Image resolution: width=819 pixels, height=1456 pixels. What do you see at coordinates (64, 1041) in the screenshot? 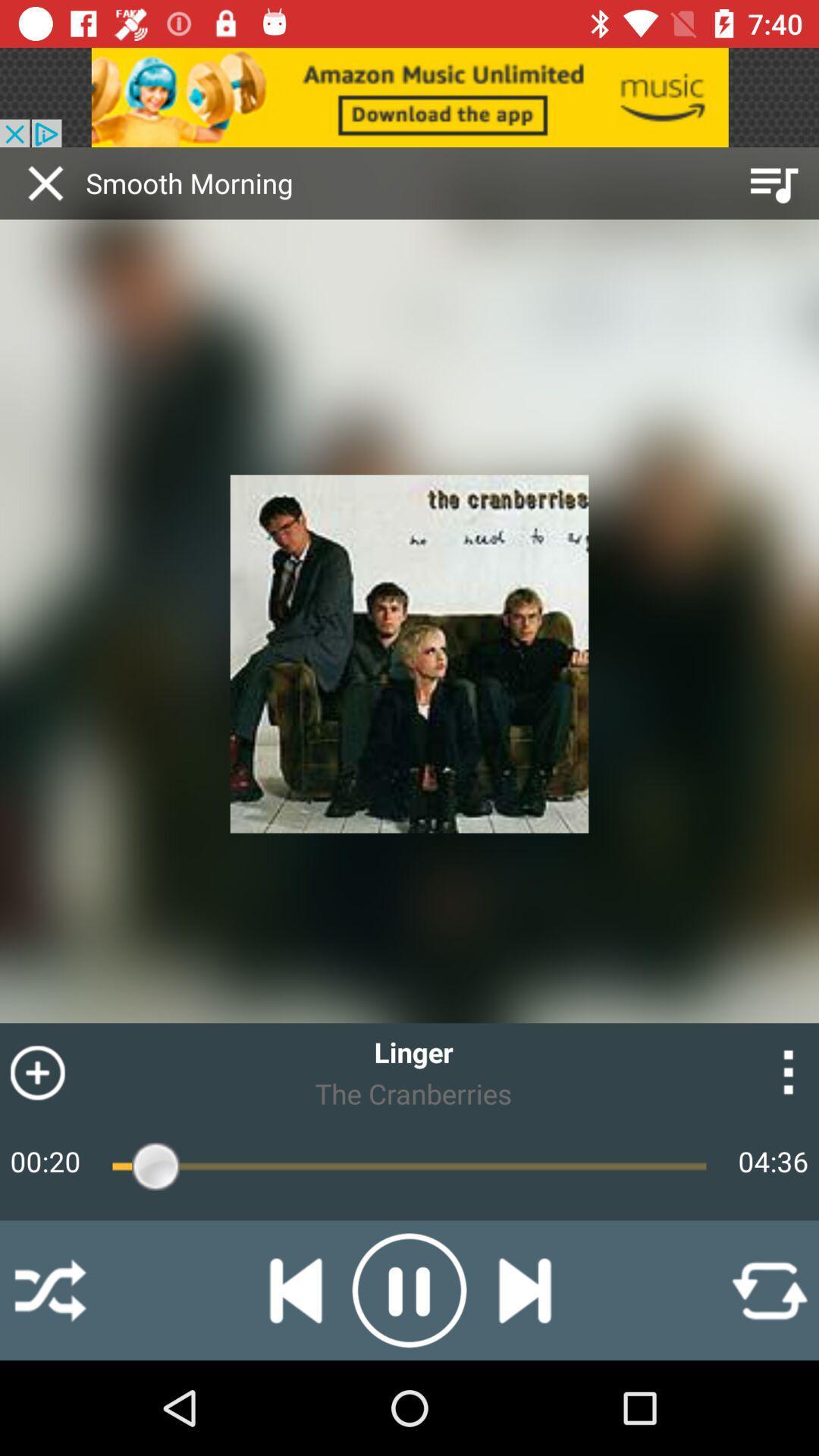
I see `symbol` at bounding box center [64, 1041].